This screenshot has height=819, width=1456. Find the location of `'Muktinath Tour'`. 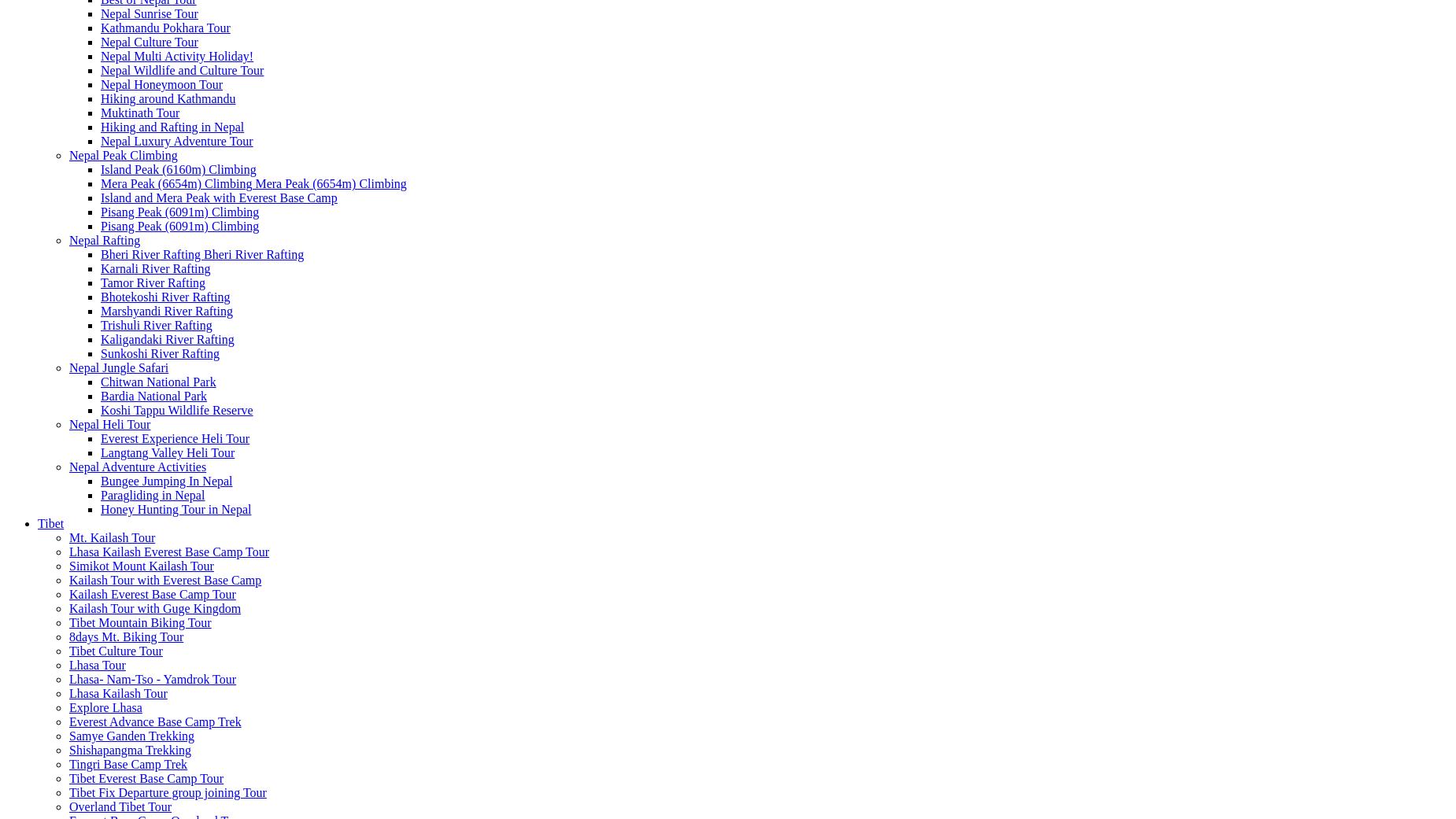

'Muktinath Tour' is located at coordinates (139, 113).